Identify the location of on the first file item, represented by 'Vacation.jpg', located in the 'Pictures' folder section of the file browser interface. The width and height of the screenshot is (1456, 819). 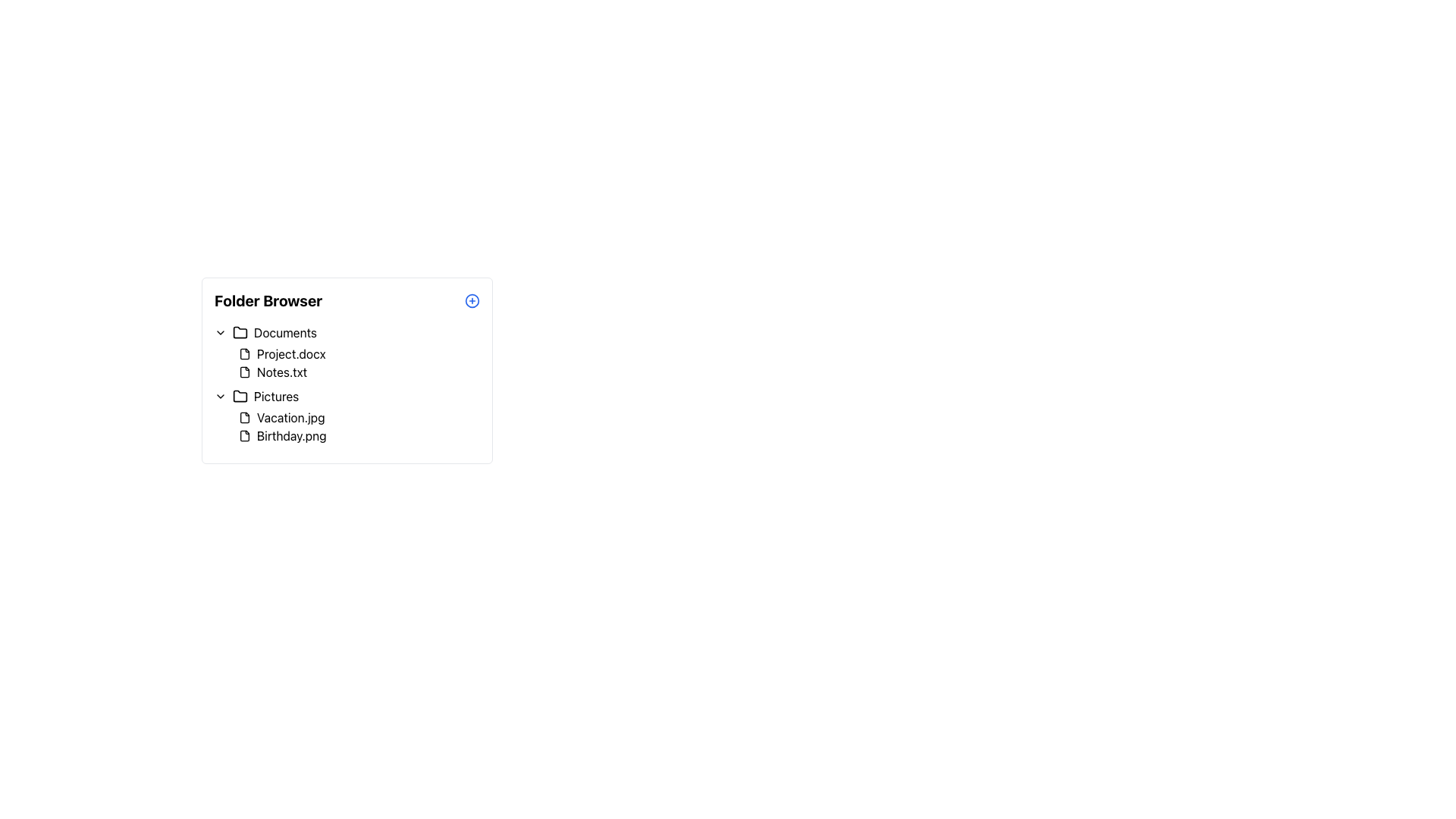
(356, 427).